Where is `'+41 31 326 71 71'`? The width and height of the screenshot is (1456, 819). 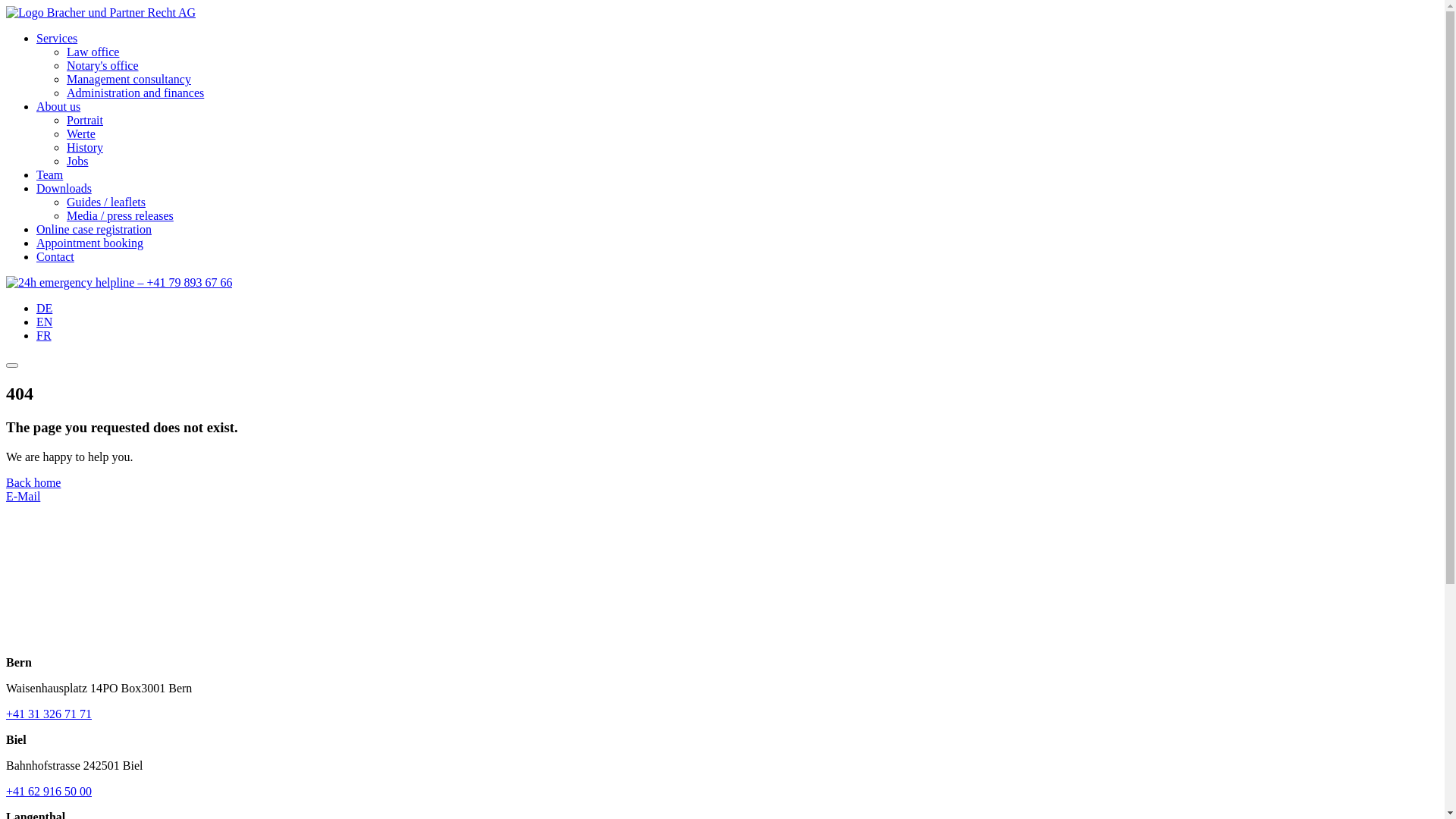
'+41 31 326 71 71' is located at coordinates (49, 714).